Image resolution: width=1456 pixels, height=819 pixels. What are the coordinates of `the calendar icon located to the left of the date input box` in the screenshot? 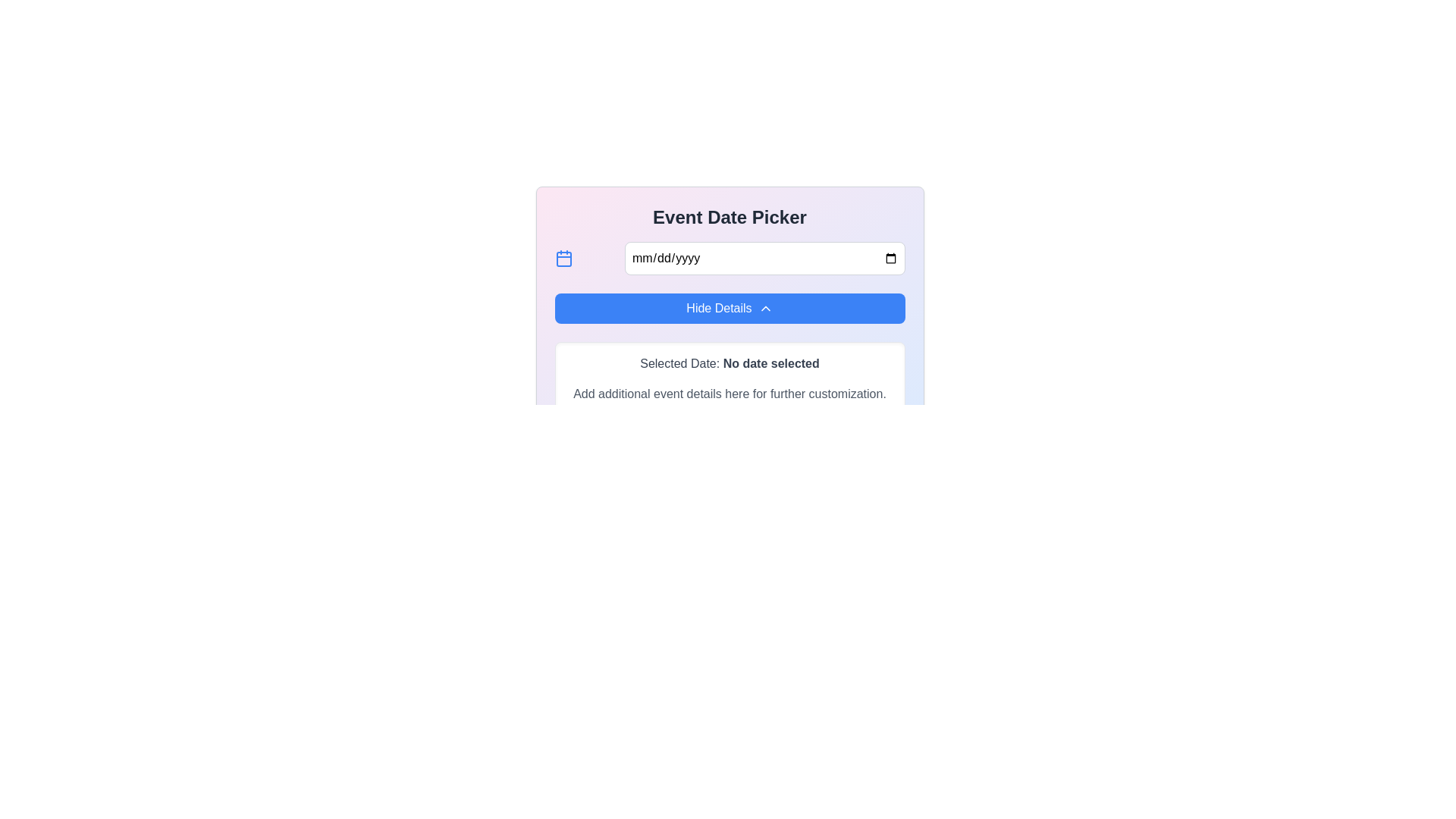 It's located at (563, 257).